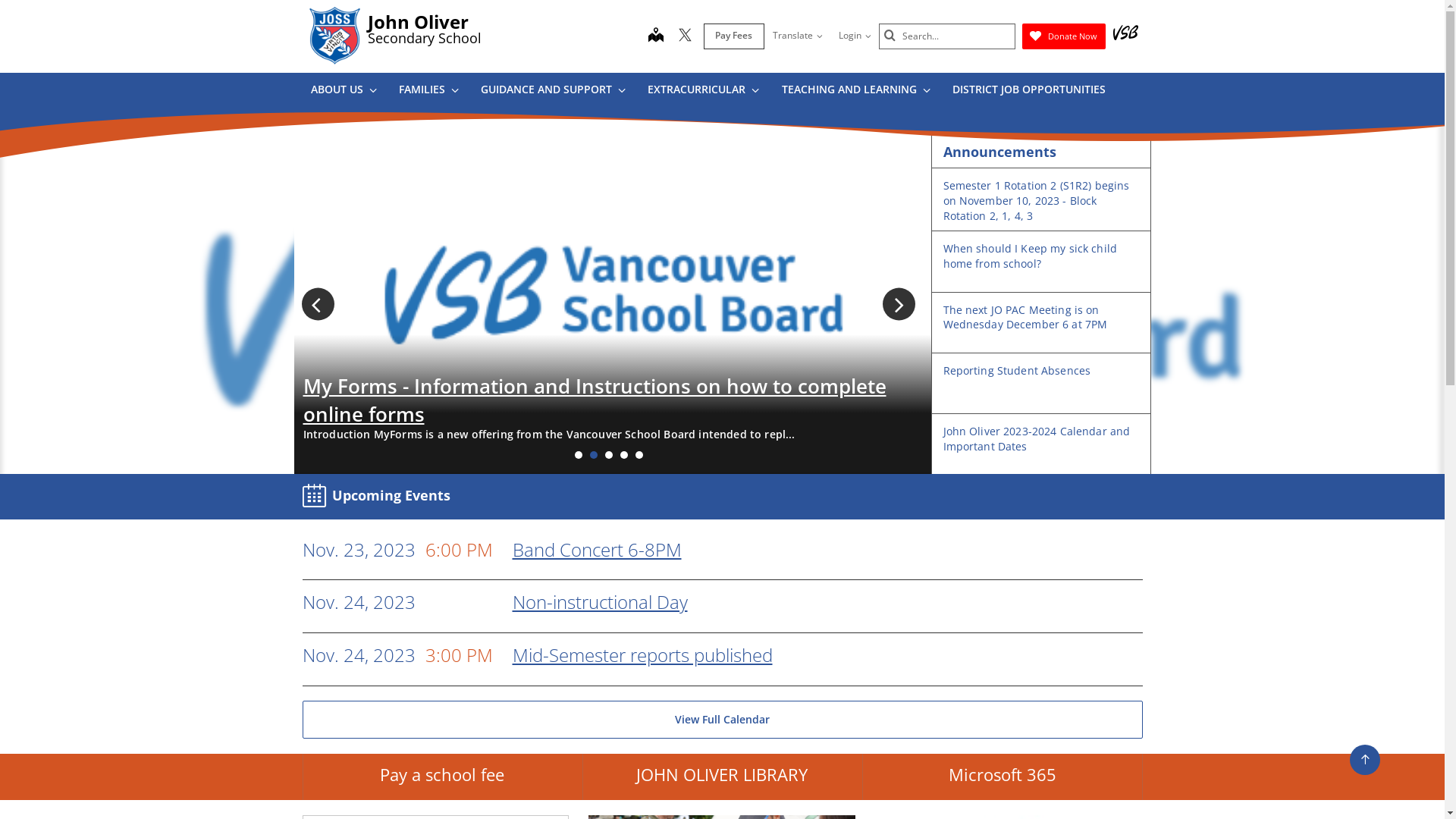  Describe the element at coordinates (1036, 438) in the screenshot. I see `'John Oliver 2023-2024 Calendar and Important Dates'` at that location.